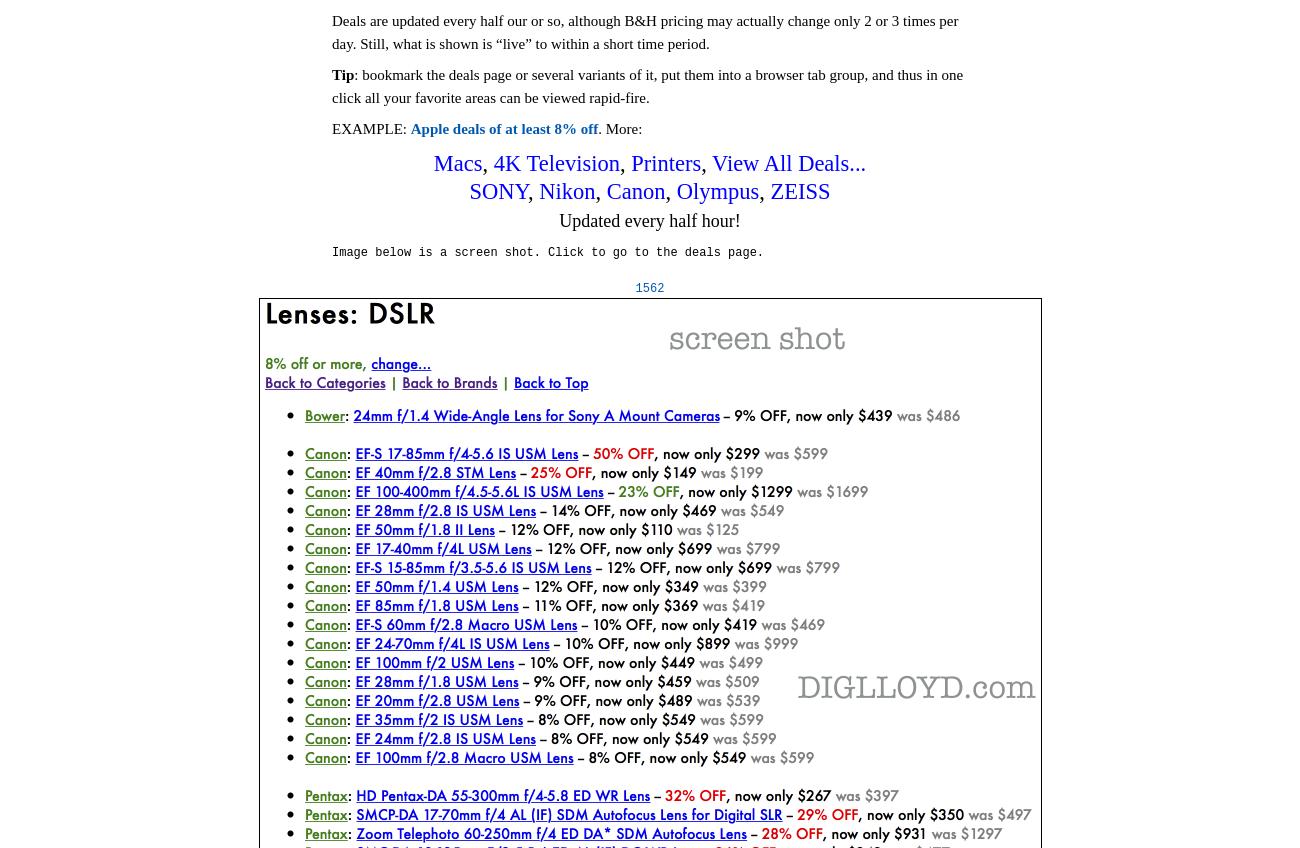 This screenshot has height=848, width=1300. What do you see at coordinates (619, 127) in the screenshot?
I see `'. More:'` at bounding box center [619, 127].